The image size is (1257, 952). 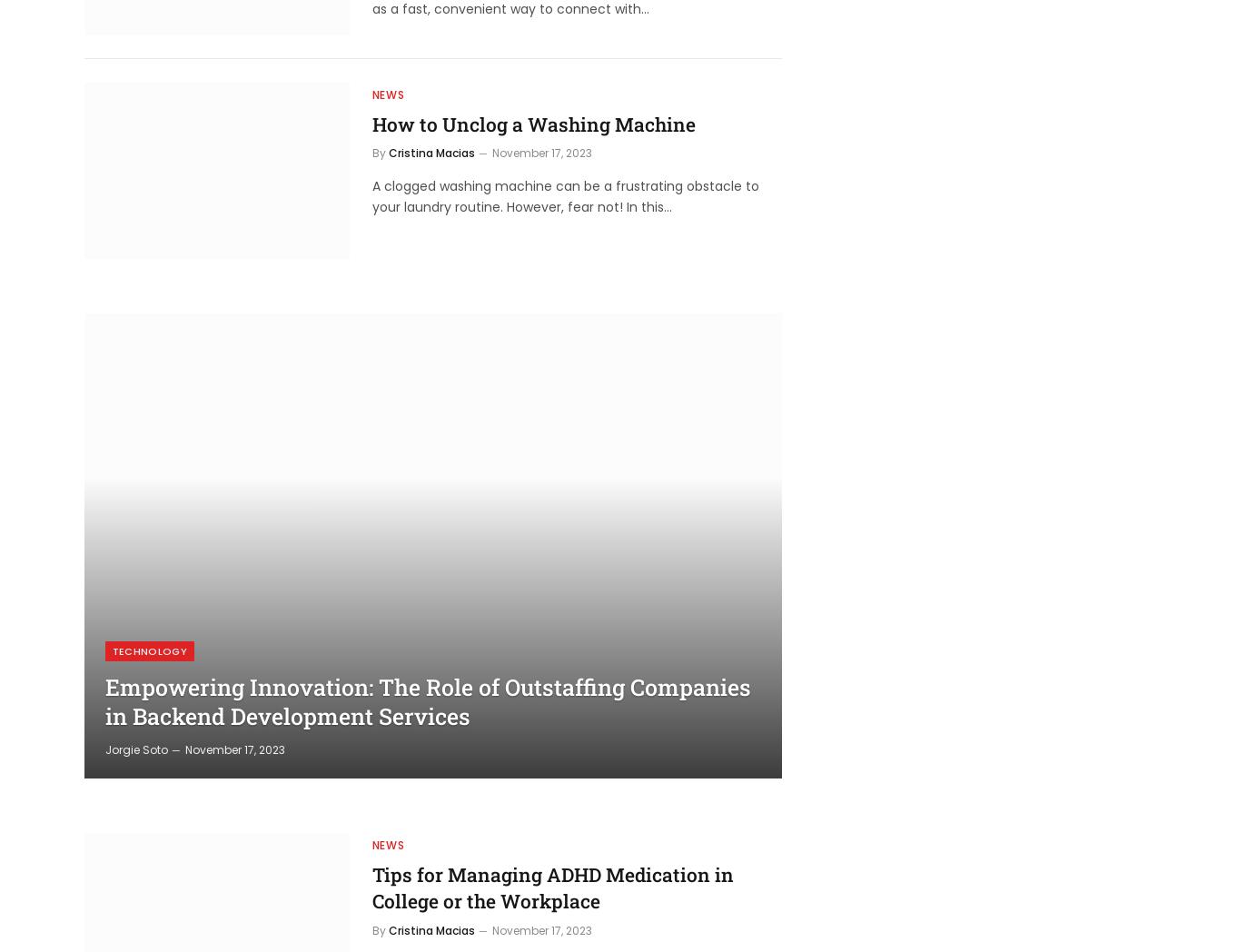 What do you see at coordinates (134, 748) in the screenshot?
I see `'Jorgie Soto'` at bounding box center [134, 748].